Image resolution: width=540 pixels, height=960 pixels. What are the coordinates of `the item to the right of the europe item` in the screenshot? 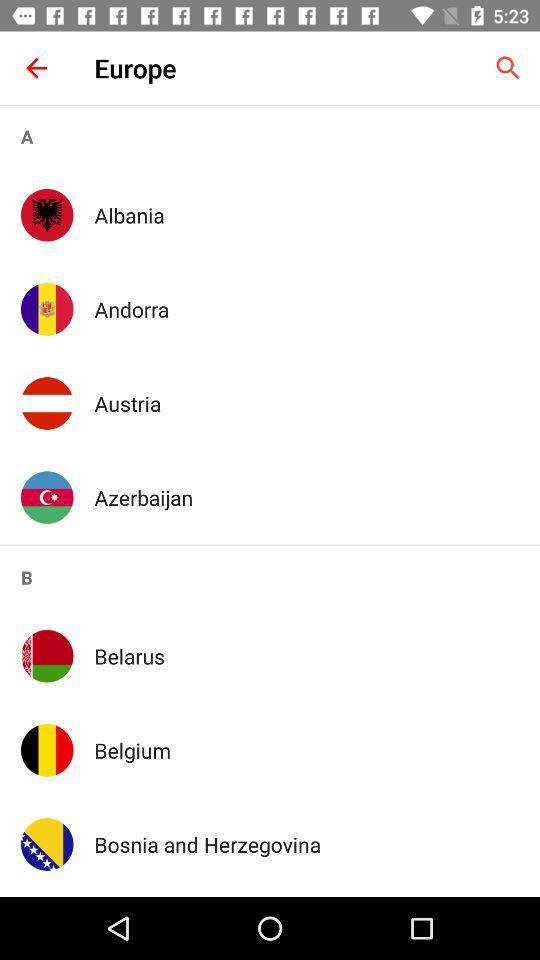 It's located at (508, 68).